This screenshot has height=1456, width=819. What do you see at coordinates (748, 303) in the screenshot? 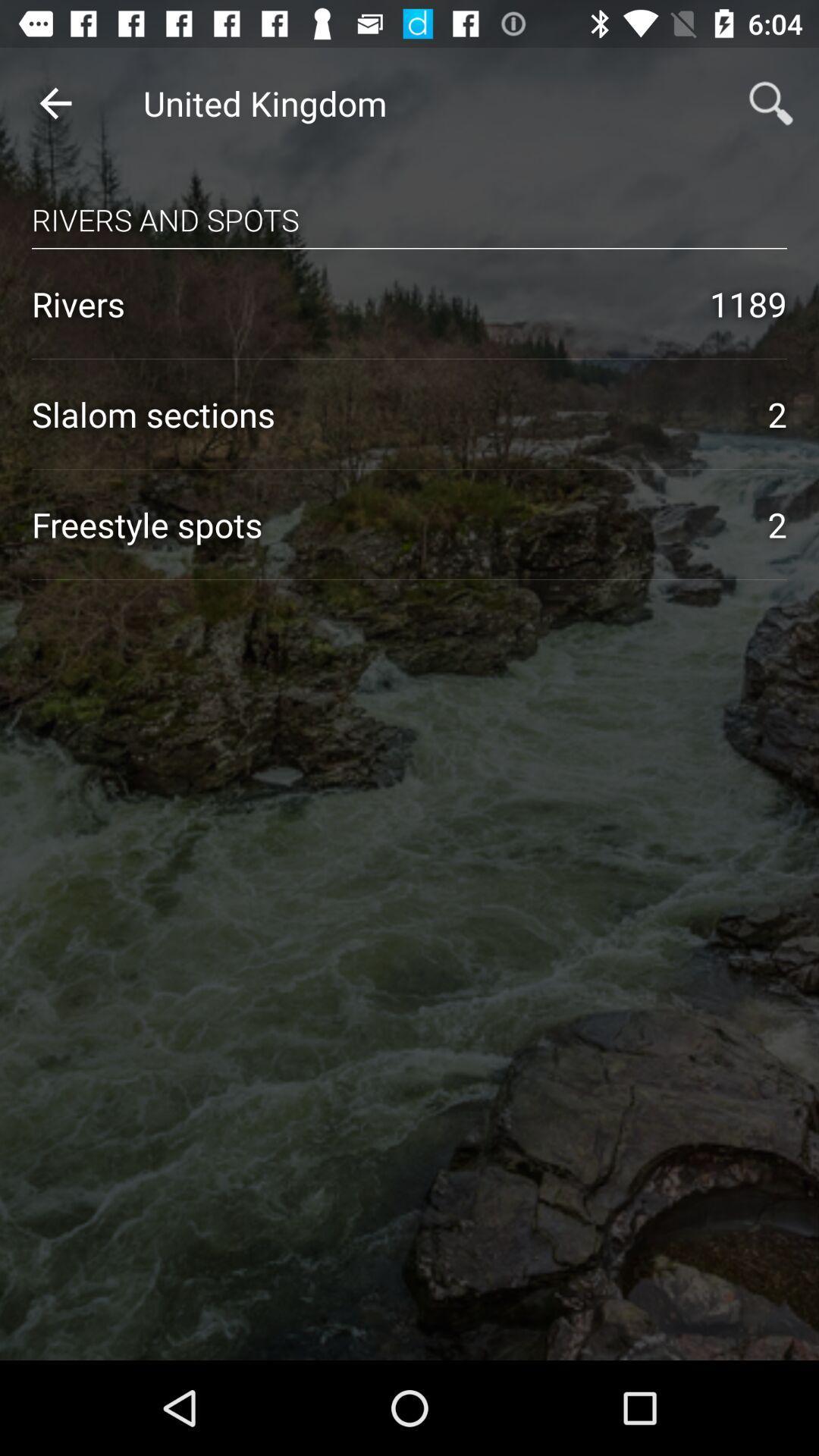
I see `the 1189 item` at bounding box center [748, 303].